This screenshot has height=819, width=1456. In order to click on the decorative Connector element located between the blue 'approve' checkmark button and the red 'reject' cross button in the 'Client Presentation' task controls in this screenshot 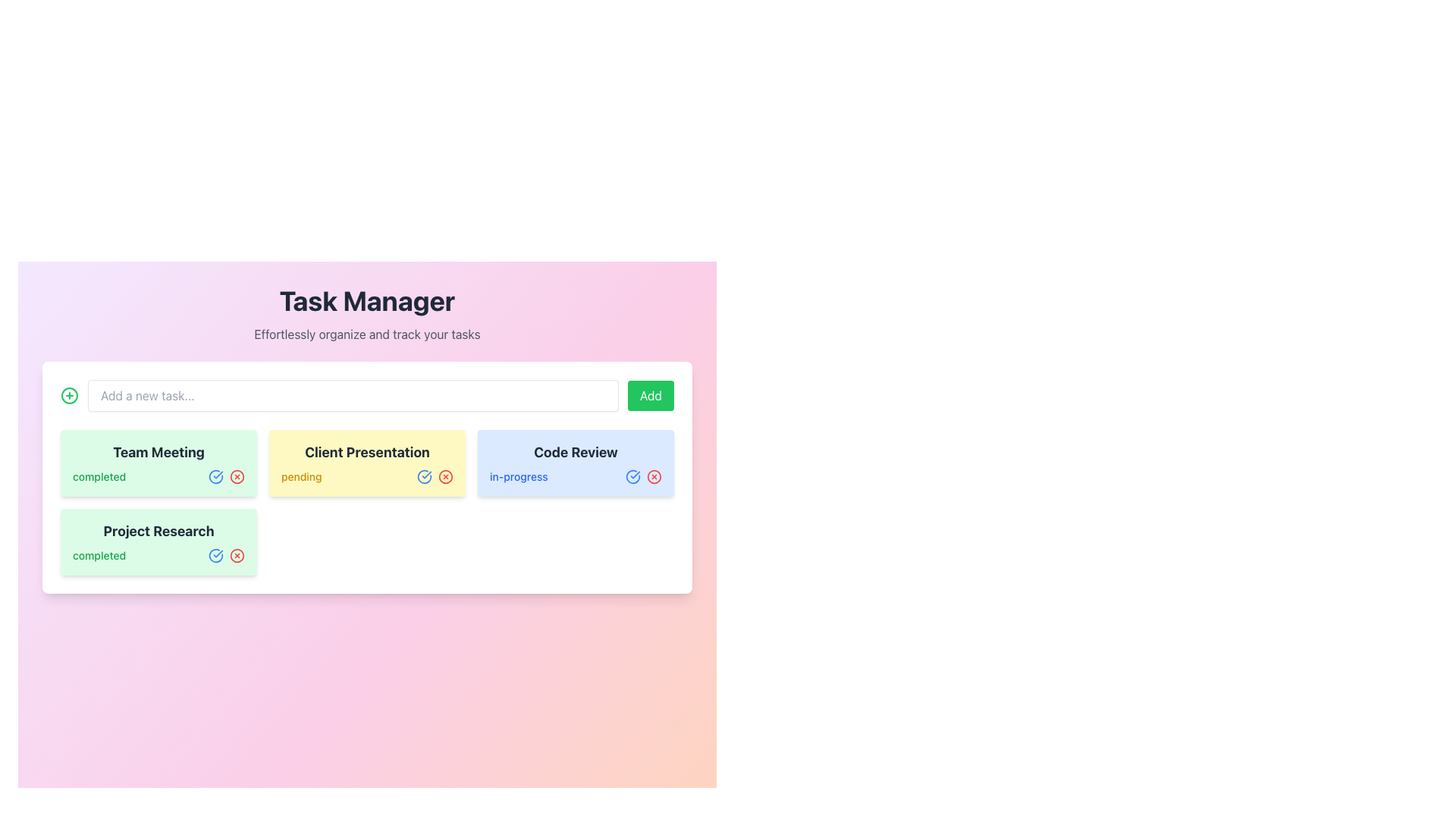, I will do `click(435, 475)`.